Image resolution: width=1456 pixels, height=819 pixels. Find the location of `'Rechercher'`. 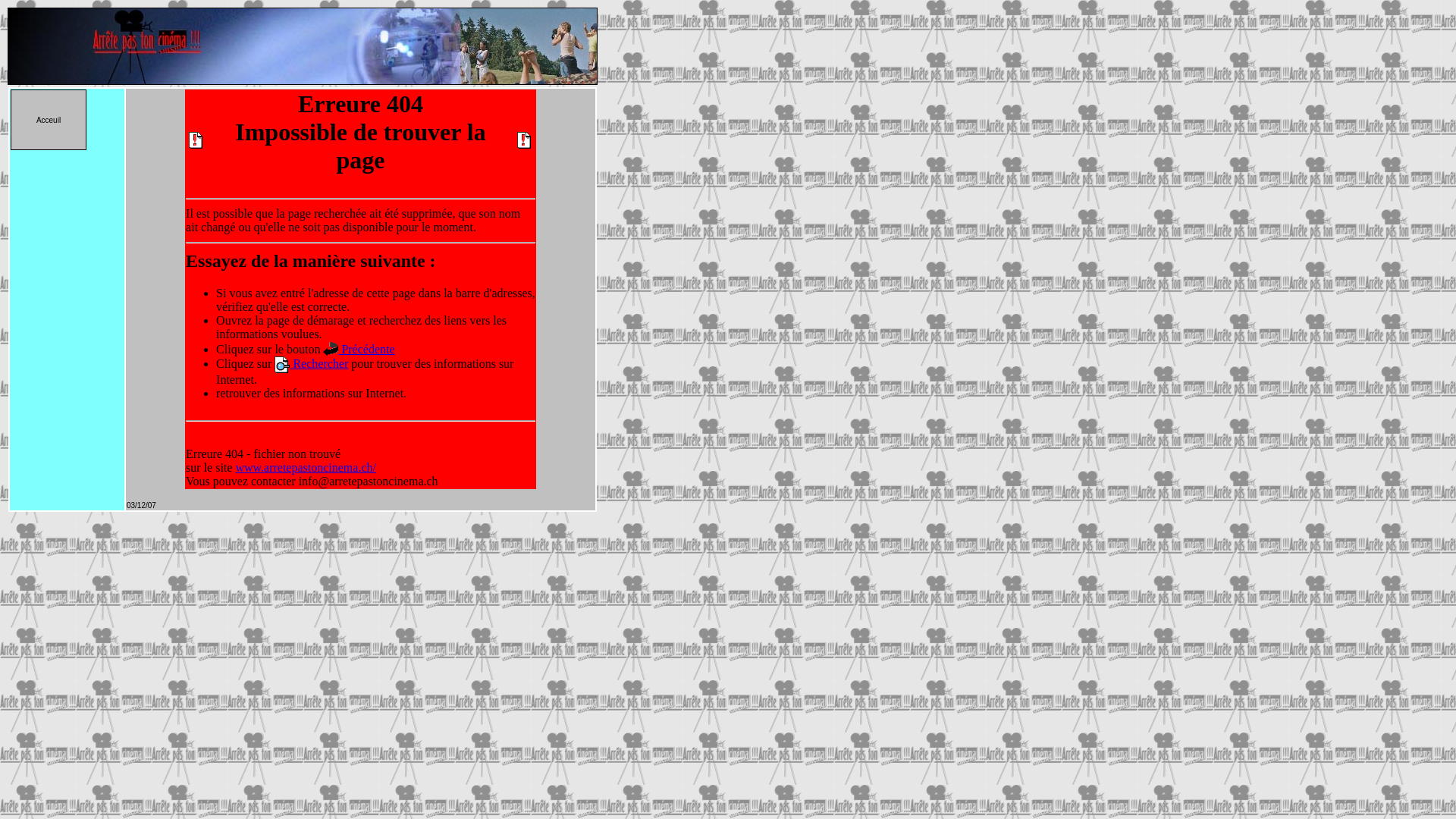

'Rechercher' is located at coordinates (318, 363).